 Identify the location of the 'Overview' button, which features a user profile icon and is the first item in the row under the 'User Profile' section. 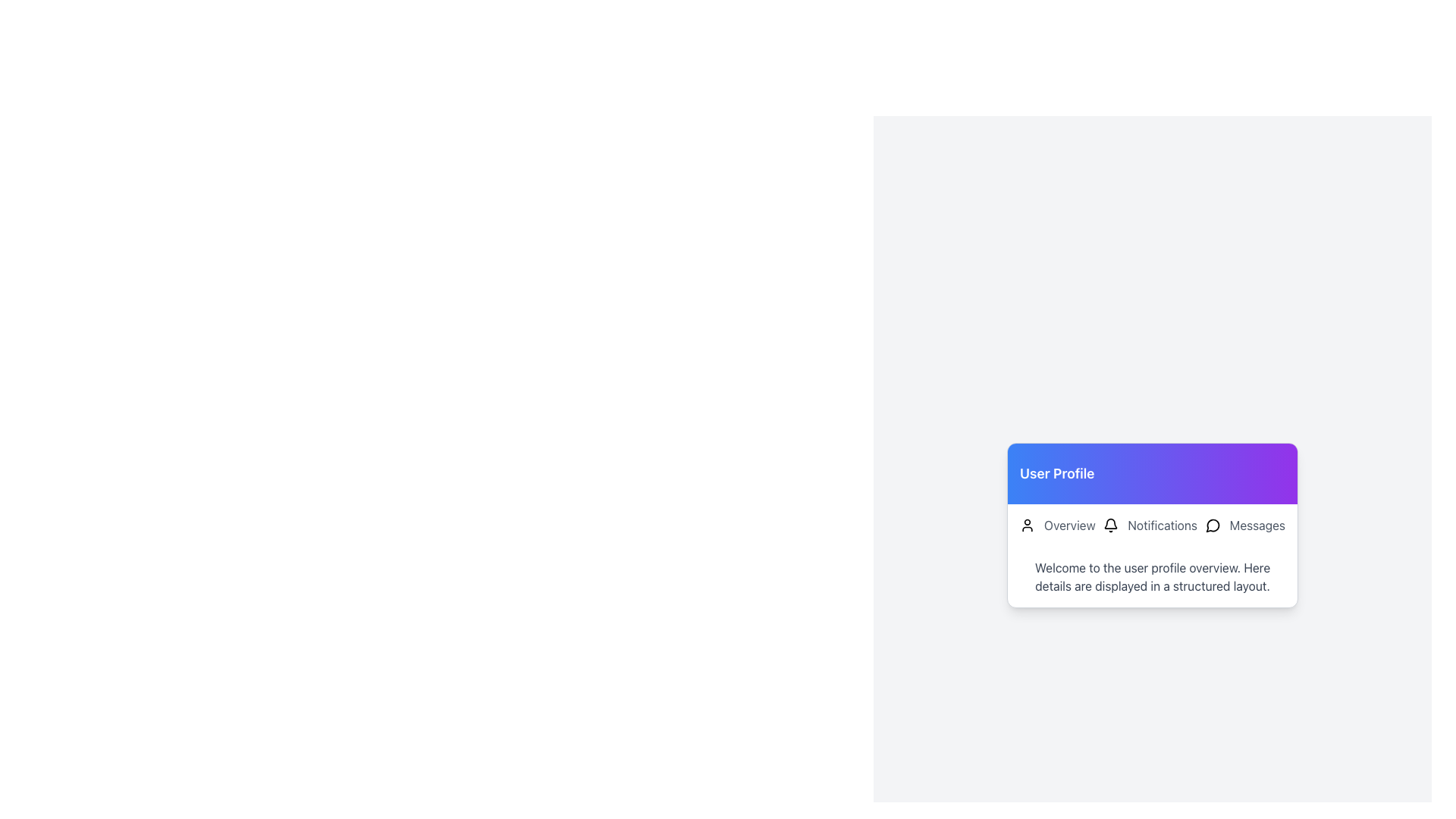
(1056, 525).